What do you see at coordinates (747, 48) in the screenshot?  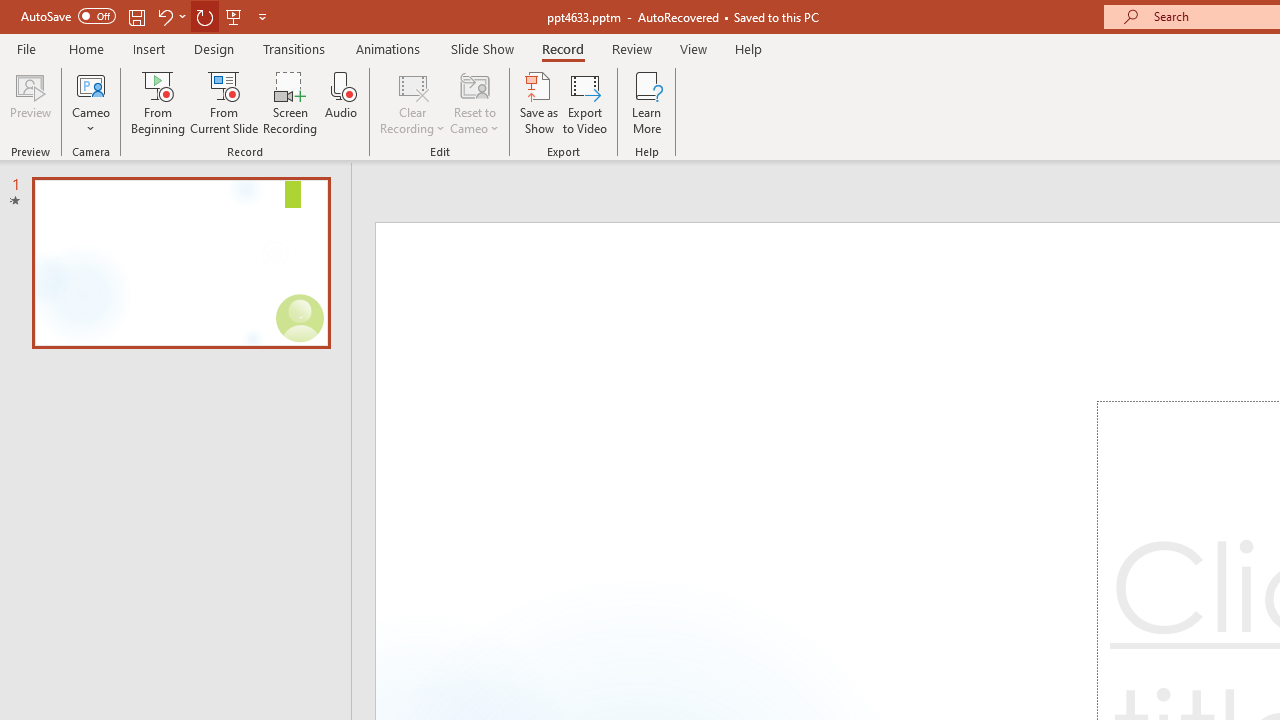 I see `'Help'` at bounding box center [747, 48].